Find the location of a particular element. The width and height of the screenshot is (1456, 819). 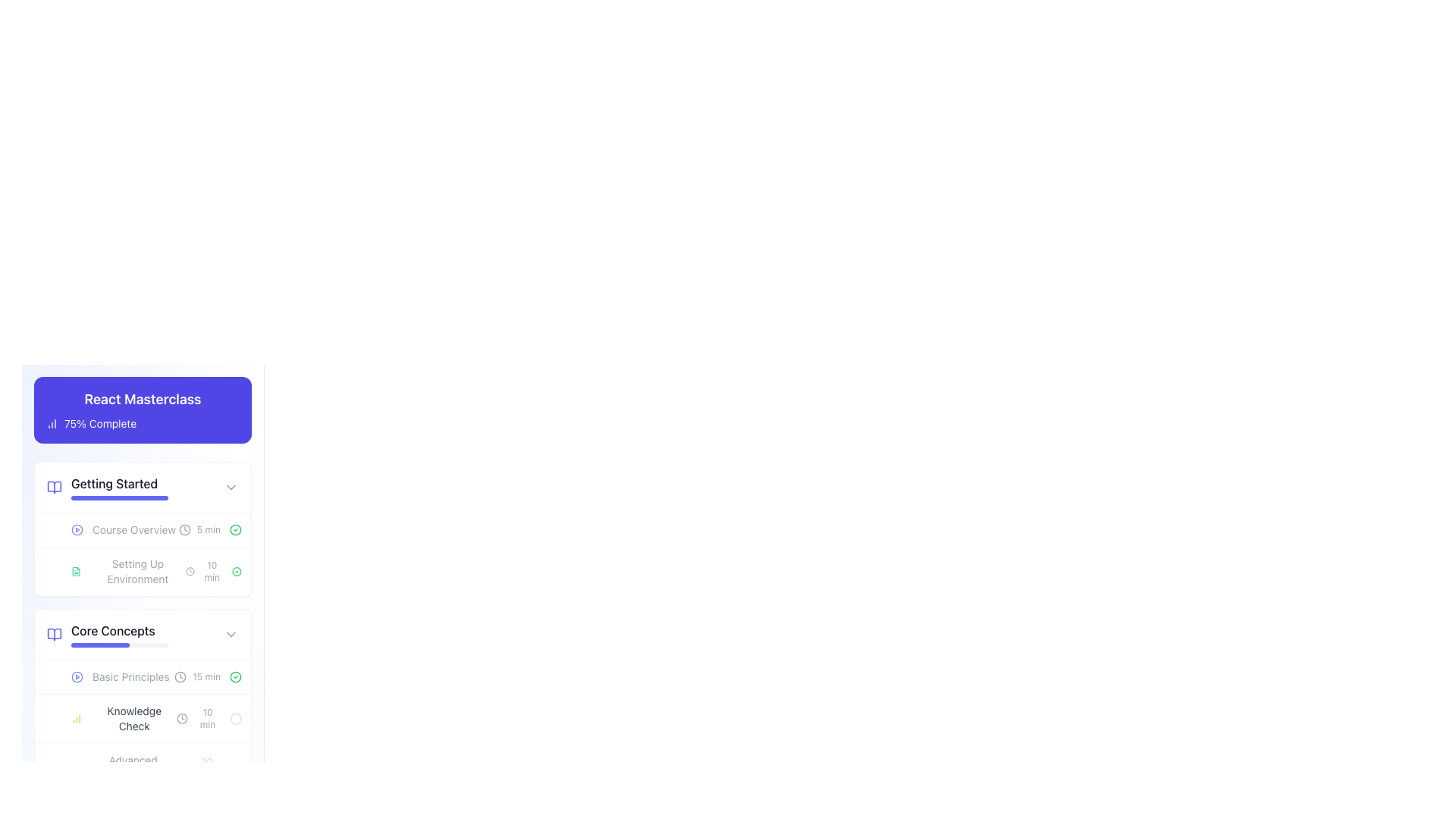

information displayed on the informational label showing '5 min' next to the clock icon, located in the 'Course Overview' section under 'Getting Started' is located at coordinates (199, 529).